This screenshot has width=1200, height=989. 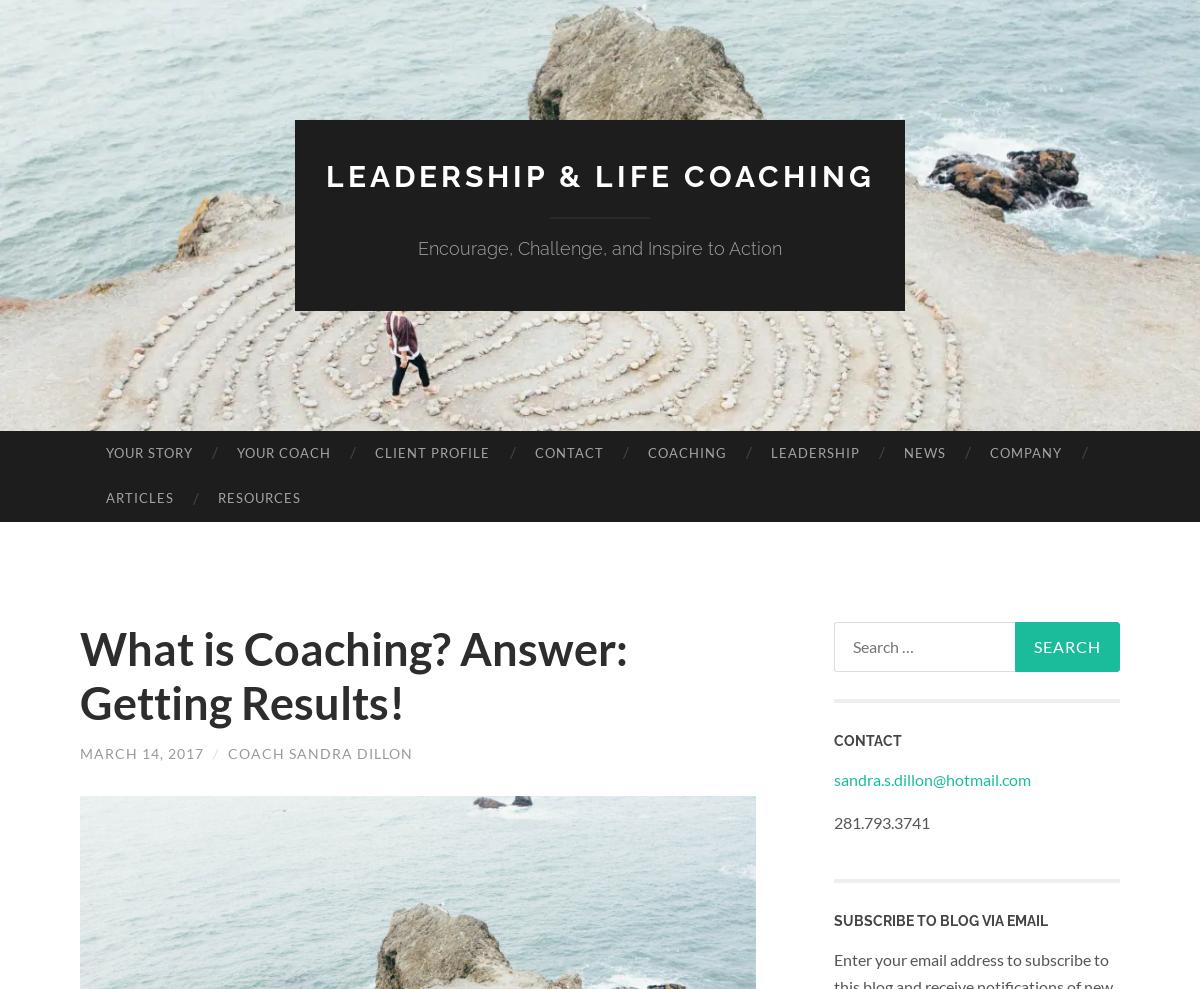 What do you see at coordinates (208, 752) in the screenshot?
I see `'/'` at bounding box center [208, 752].